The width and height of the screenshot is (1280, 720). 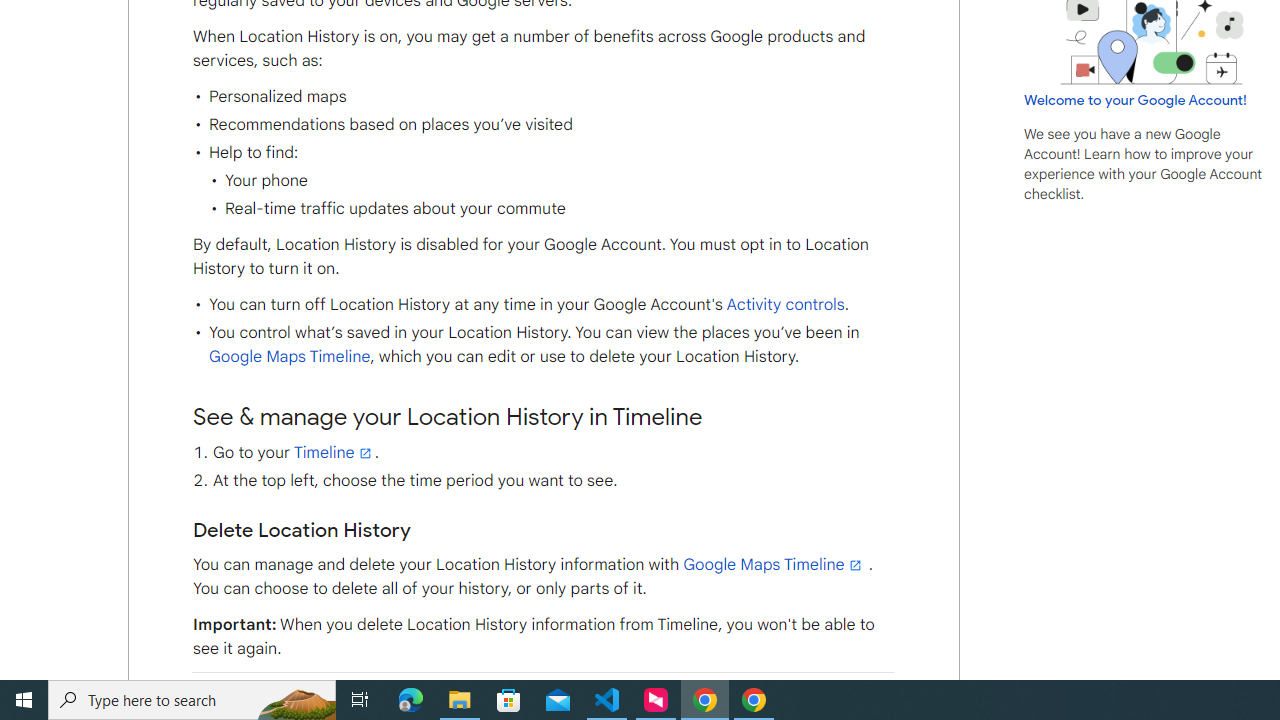 I want to click on 'Welcome to your Google Account!', so click(x=1135, y=99).